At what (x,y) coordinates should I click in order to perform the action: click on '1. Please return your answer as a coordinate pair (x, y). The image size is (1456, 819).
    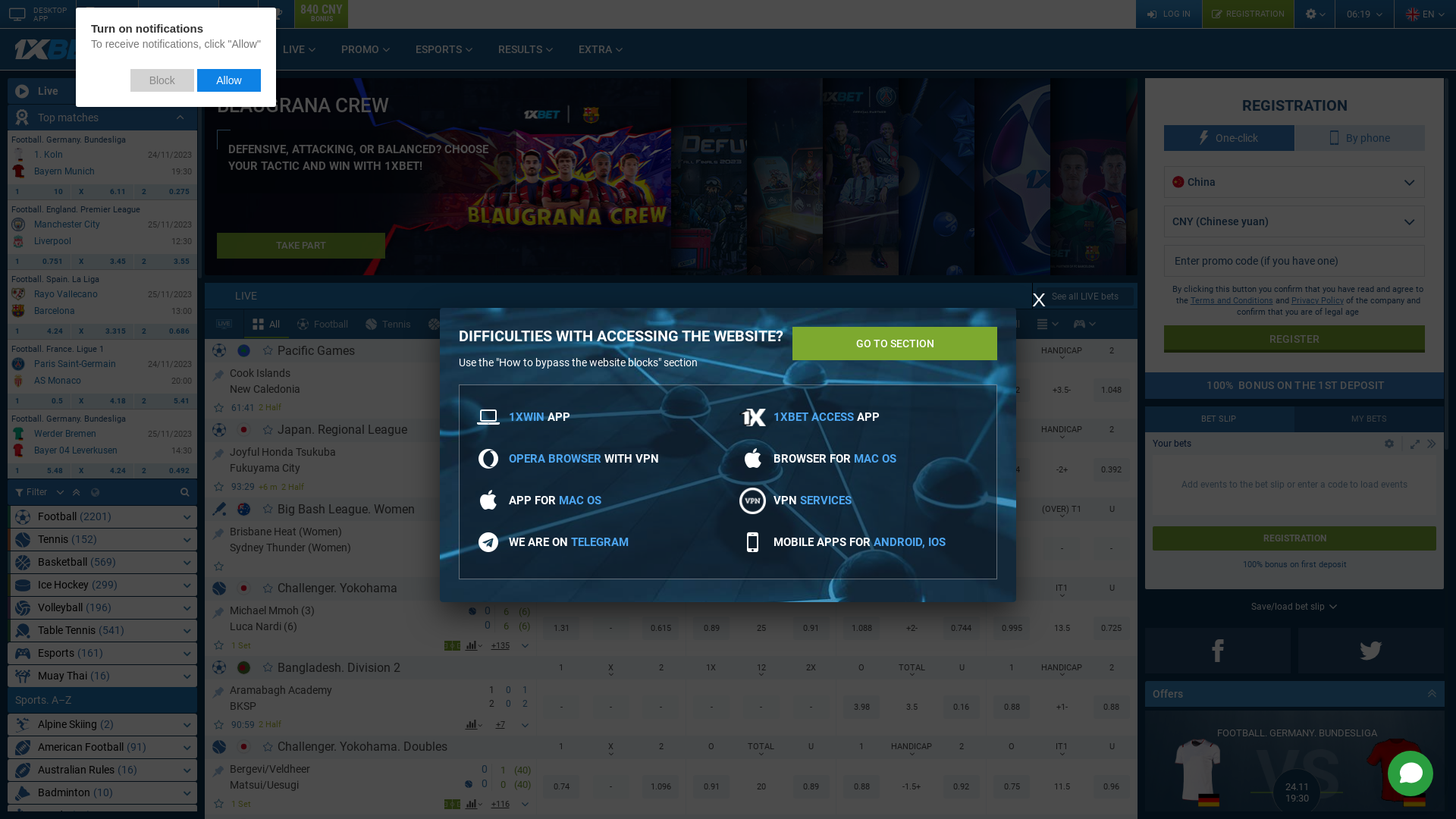
    Looking at the image, I should click on (39, 470).